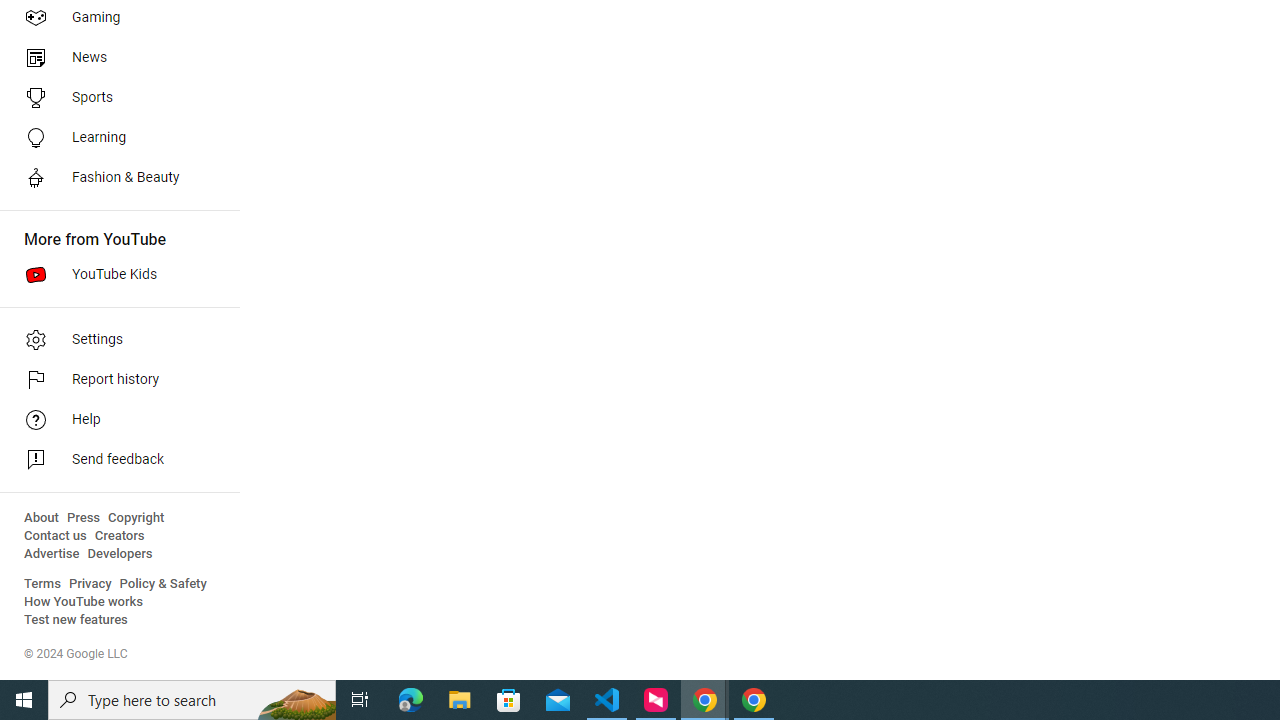 The height and width of the screenshot is (720, 1280). I want to click on 'News', so click(112, 56).